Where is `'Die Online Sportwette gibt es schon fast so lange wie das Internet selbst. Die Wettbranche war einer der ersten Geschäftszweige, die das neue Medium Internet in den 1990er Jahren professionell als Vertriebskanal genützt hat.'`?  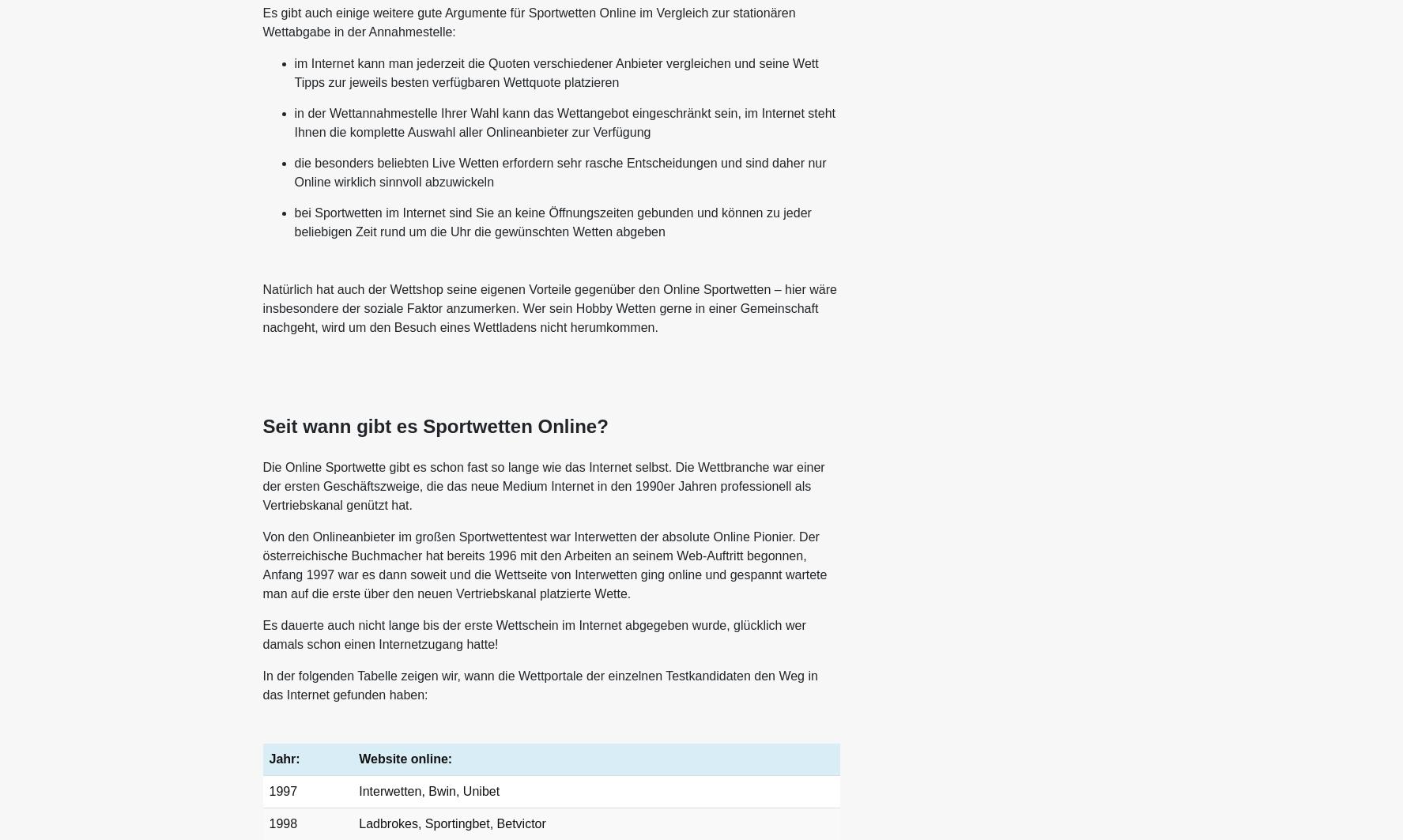
'Die Online Sportwette gibt es schon fast so lange wie das Internet selbst. Die Wettbranche war einer der ersten Geschäftszweige, die das neue Medium Internet in den 1990er Jahren professionell als Vertriebskanal genützt hat.' is located at coordinates (542, 485).